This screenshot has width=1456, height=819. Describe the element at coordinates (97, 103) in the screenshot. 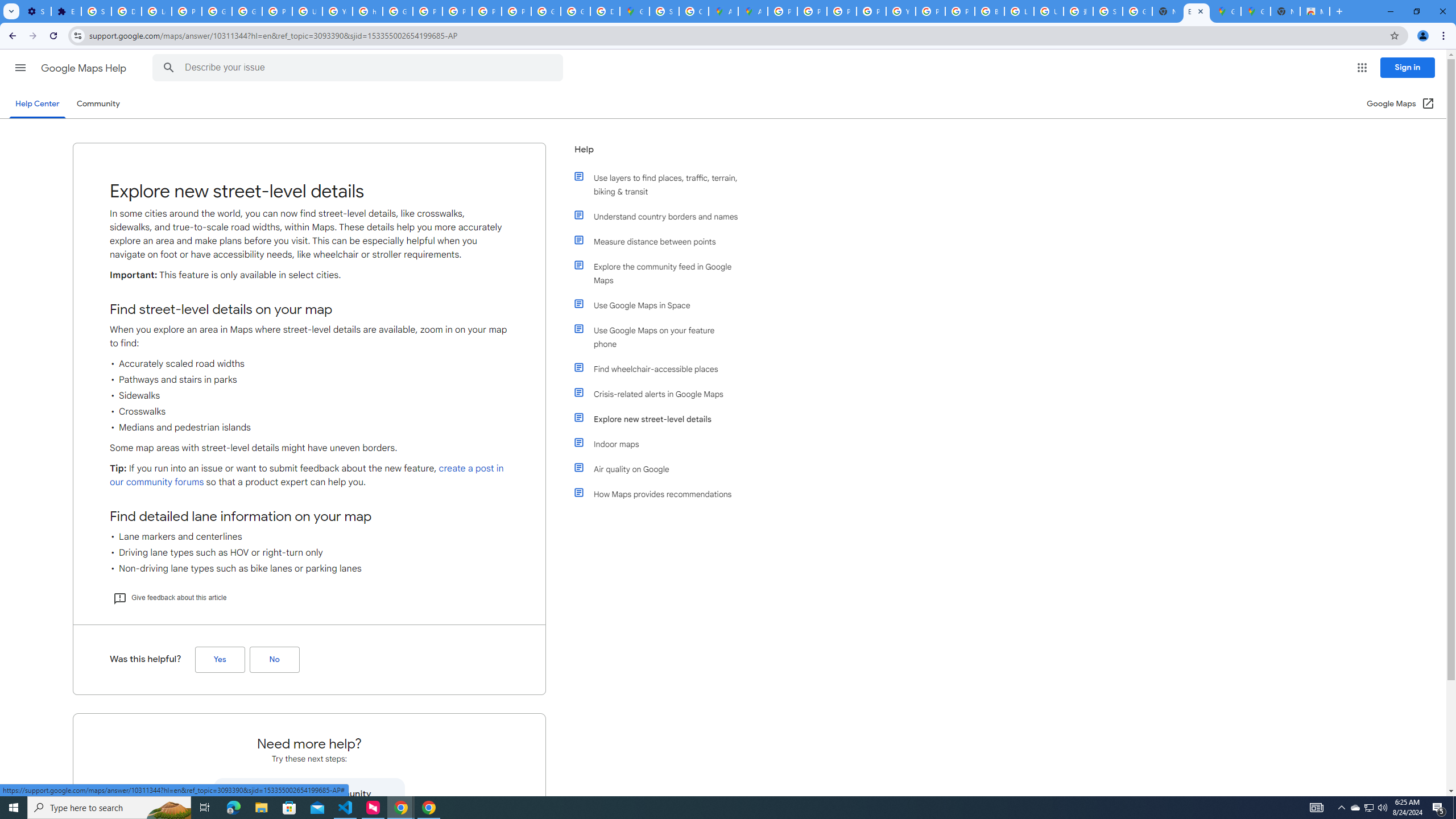

I see `'Community'` at that location.